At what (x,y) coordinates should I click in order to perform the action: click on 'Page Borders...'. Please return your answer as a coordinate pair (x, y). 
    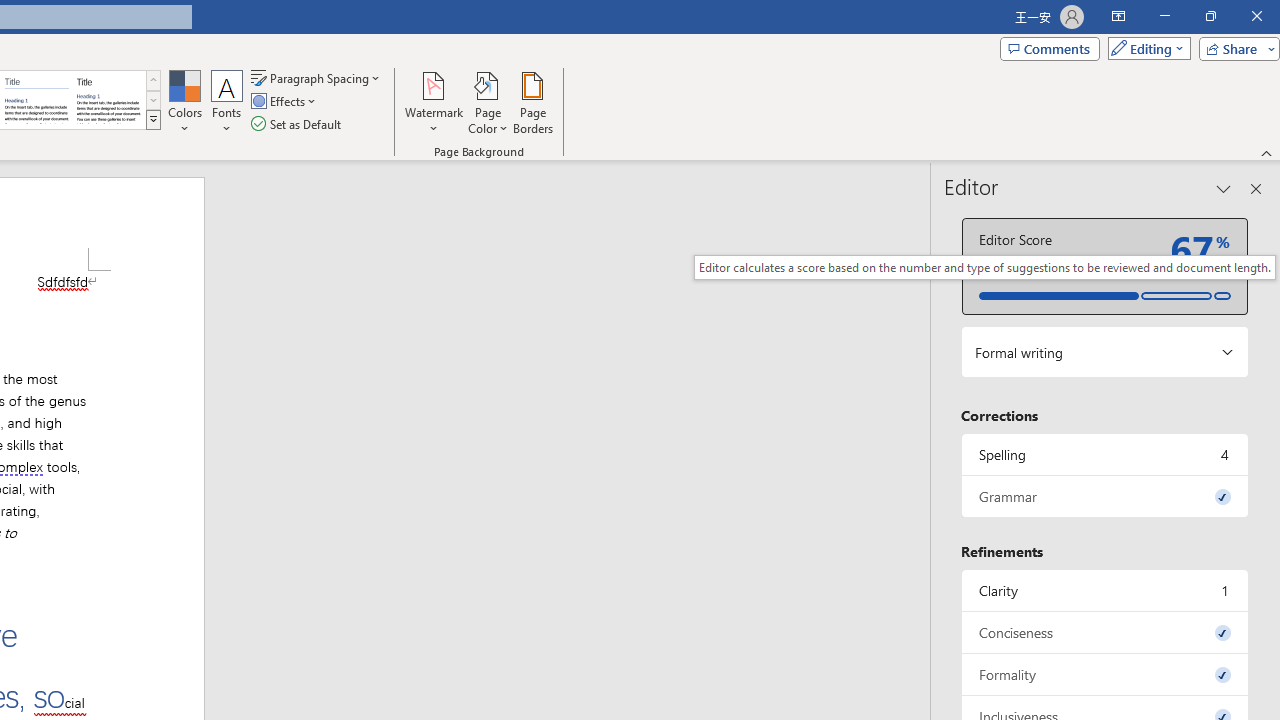
    Looking at the image, I should click on (533, 103).